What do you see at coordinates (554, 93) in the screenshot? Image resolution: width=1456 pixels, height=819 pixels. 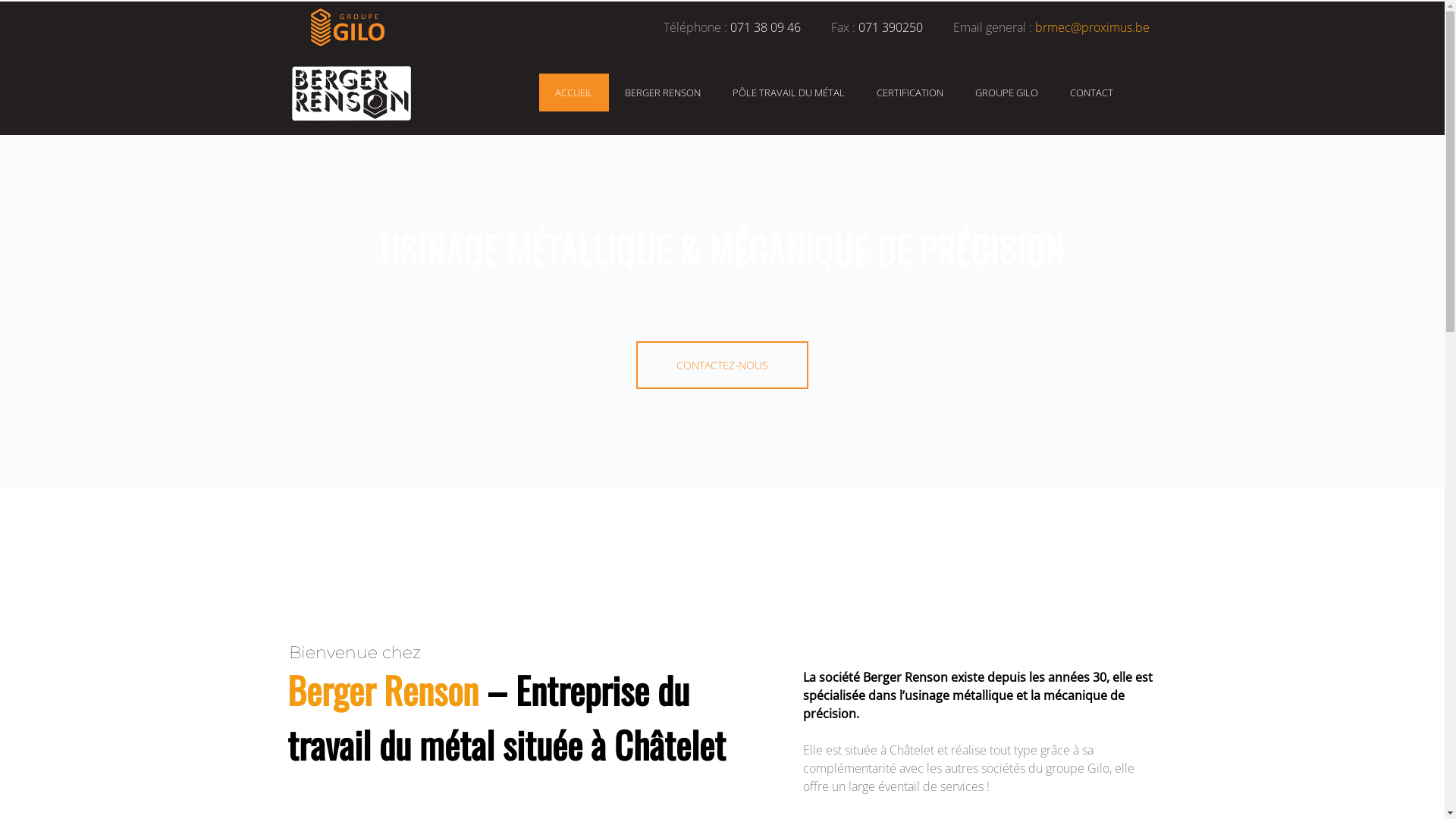 I see `'ACCUEIL'` at bounding box center [554, 93].